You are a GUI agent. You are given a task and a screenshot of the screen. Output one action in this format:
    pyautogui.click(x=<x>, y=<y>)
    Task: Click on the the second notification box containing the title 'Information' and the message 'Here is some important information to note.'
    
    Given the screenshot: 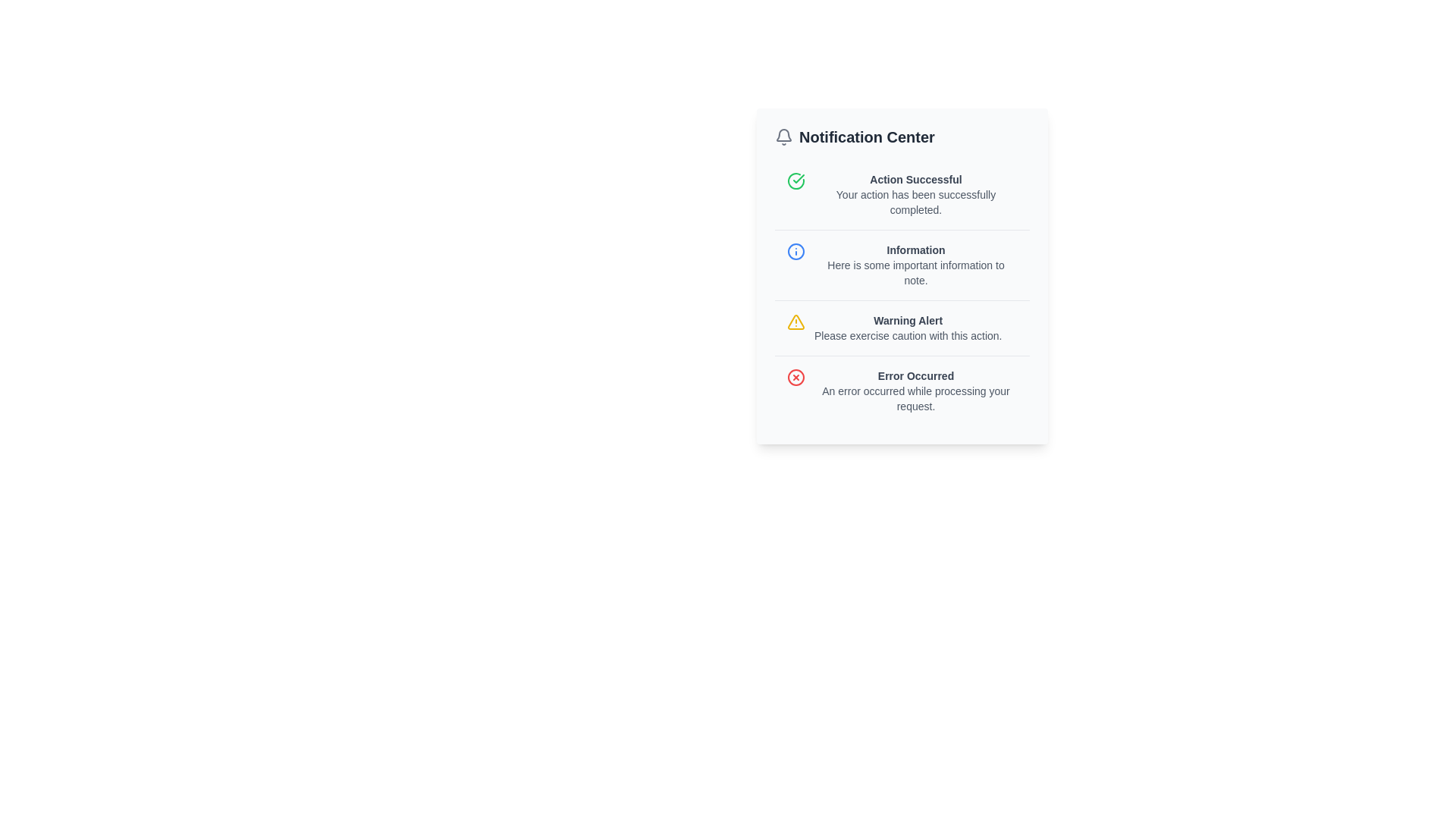 What is the action you would take?
    pyautogui.click(x=902, y=265)
    